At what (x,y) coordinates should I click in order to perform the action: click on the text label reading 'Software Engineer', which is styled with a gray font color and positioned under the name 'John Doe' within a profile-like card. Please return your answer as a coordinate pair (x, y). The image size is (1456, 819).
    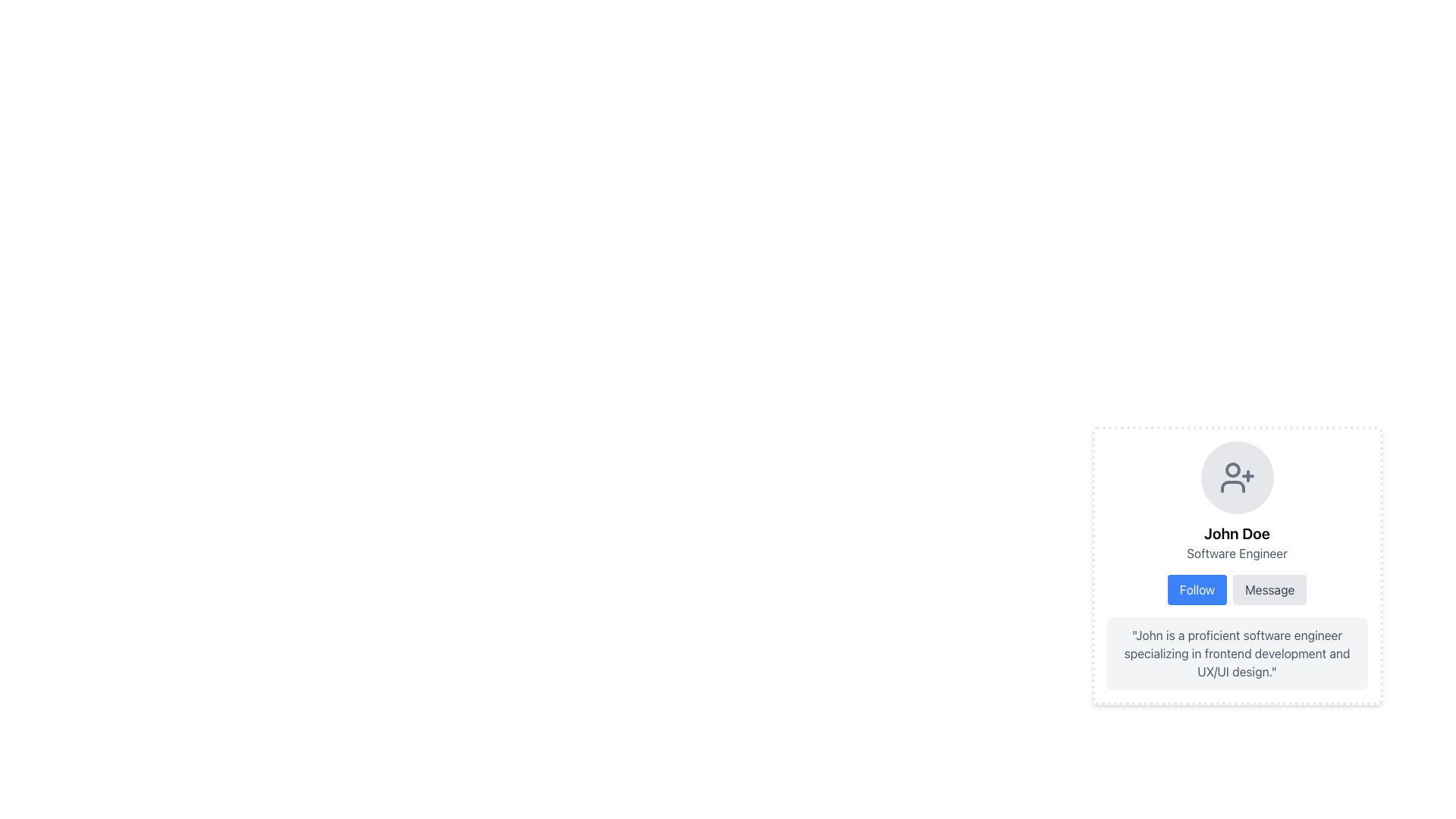
    Looking at the image, I should click on (1237, 553).